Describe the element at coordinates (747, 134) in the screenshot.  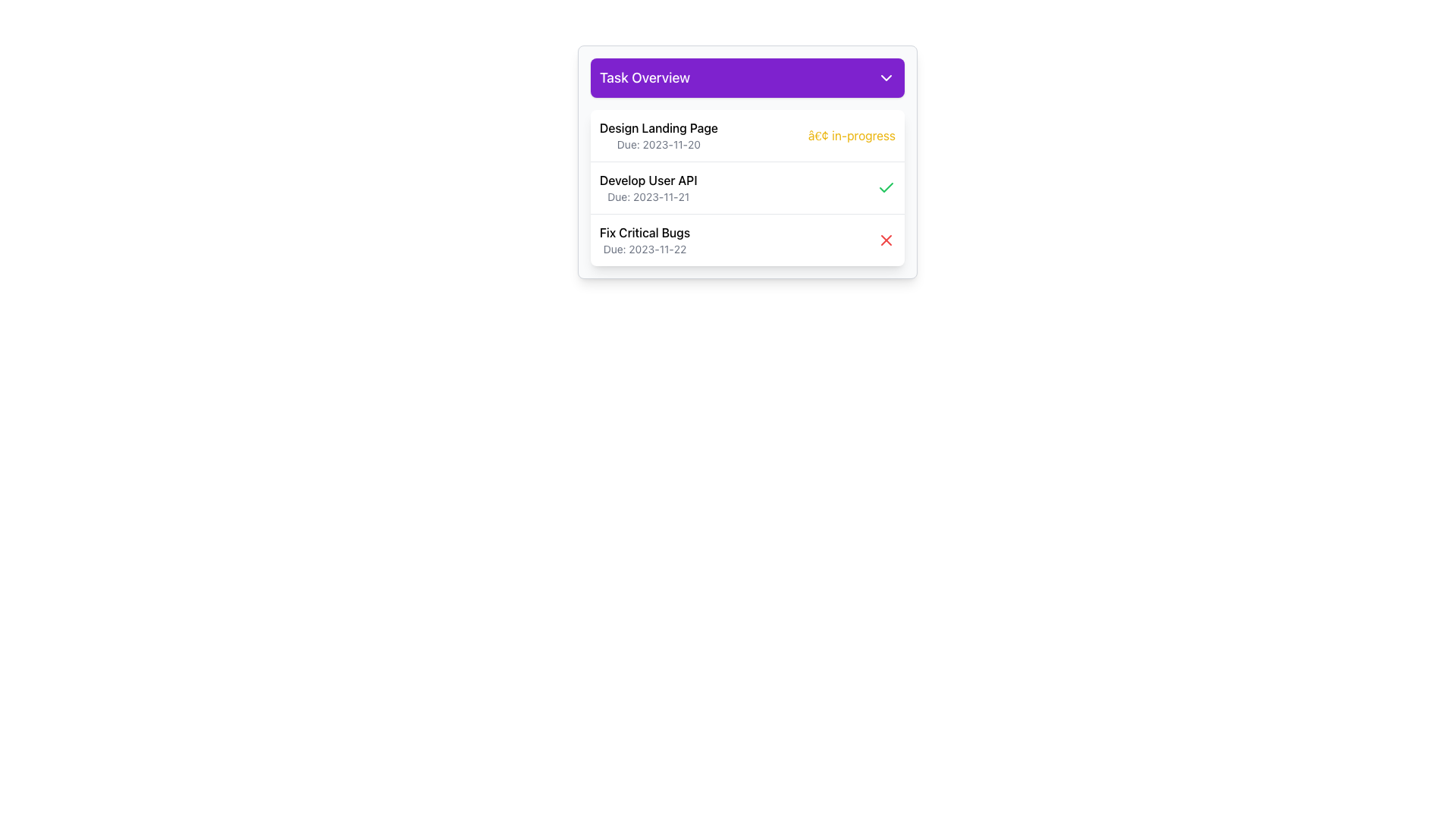
I see `the task summary item displaying the title 'Design Landing Page', which is the first item in the 'Task Overview' drop-down panel` at that location.